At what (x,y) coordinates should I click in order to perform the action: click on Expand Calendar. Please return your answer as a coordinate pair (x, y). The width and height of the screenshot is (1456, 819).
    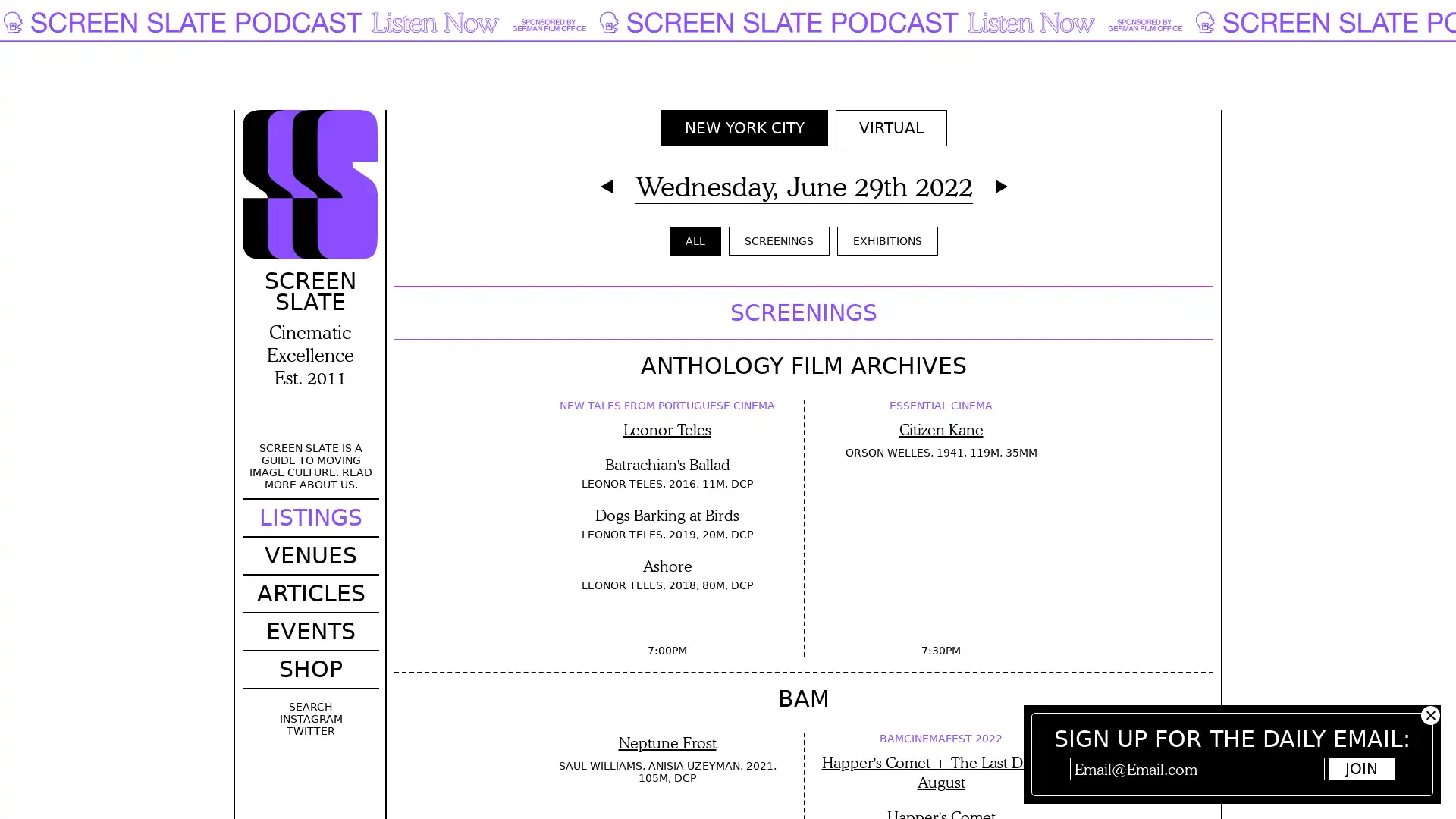
    Looking at the image, I should click on (802, 186).